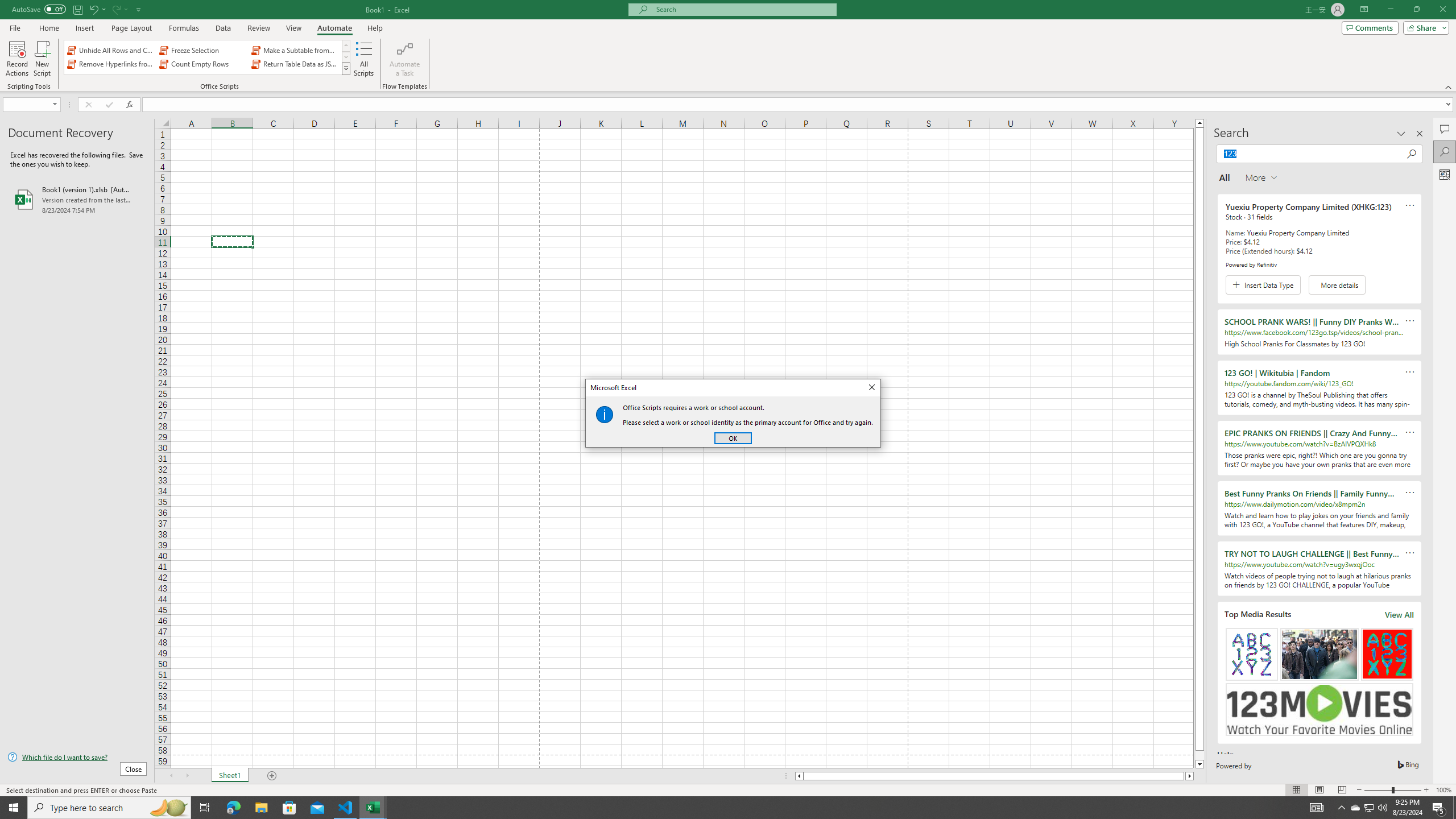 This screenshot has height=819, width=1456. What do you see at coordinates (1381, 806) in the screenshot?
I see `'Q2790: 100%'` at bounding box center [1381, 806].